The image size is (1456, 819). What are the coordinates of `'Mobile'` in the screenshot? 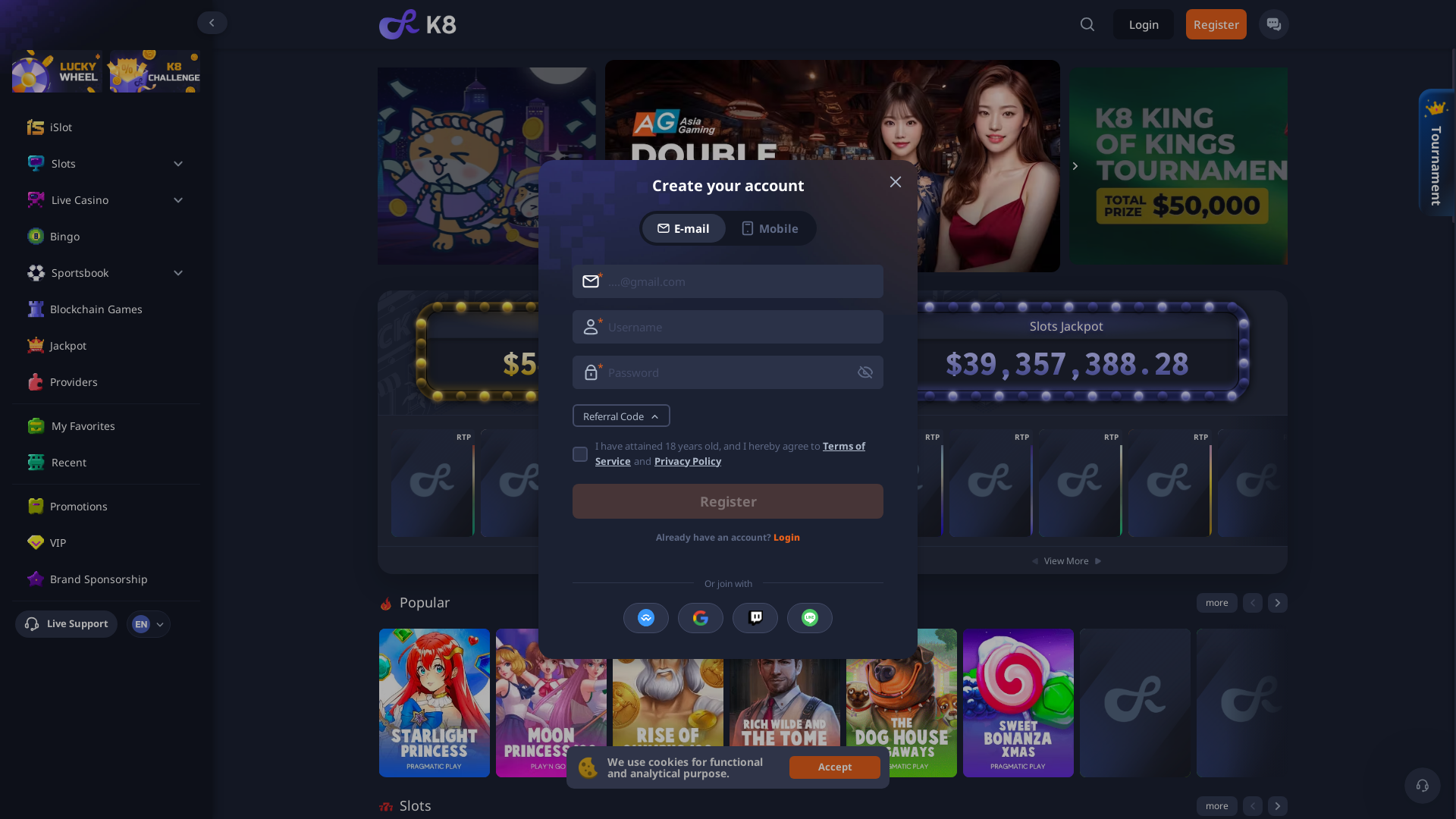 It's located at (769, 227).